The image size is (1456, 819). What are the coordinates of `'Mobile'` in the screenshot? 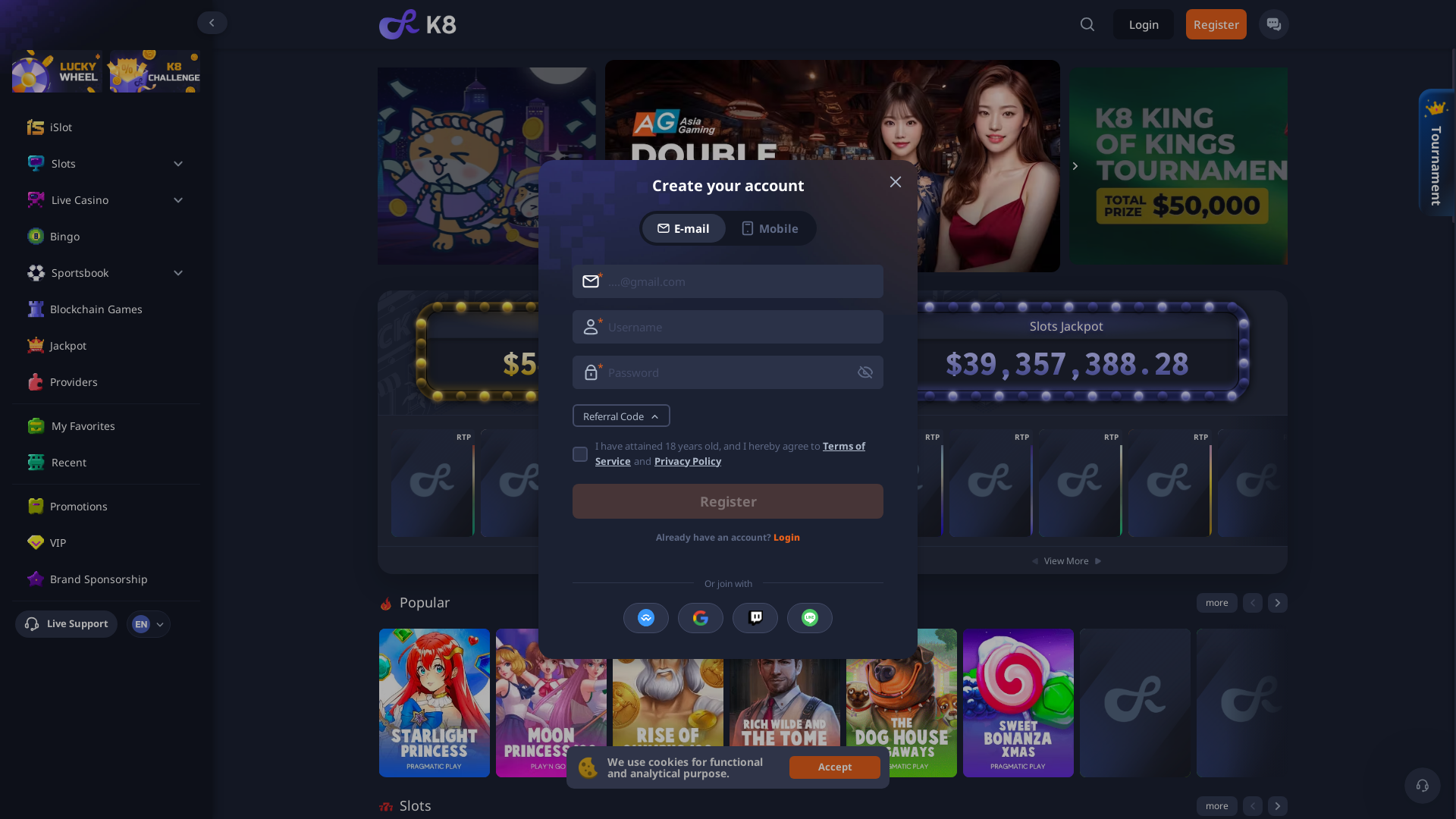 It's located at (769, 227).